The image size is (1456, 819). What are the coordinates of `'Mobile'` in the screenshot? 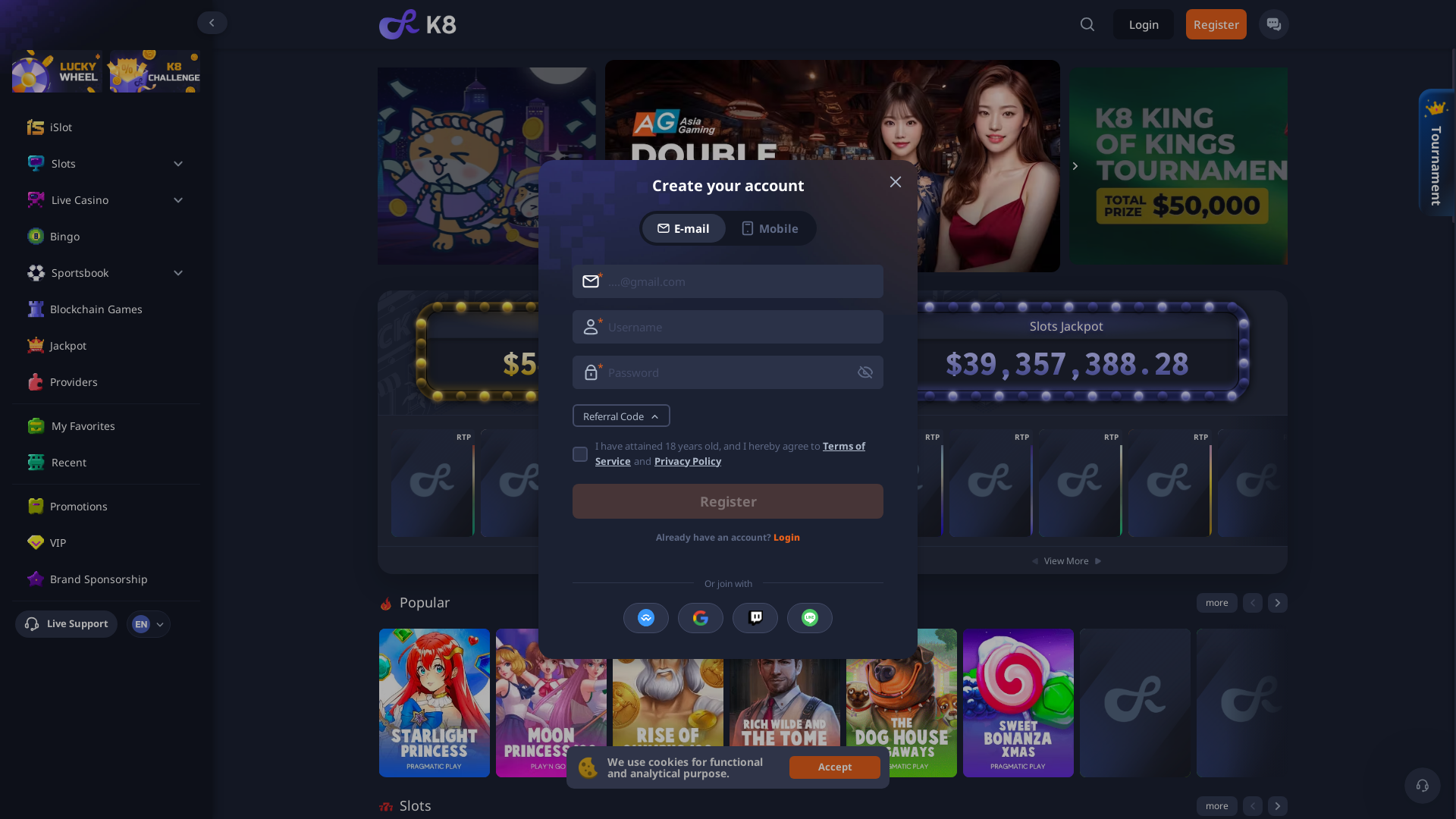 It's located at (769, 227).